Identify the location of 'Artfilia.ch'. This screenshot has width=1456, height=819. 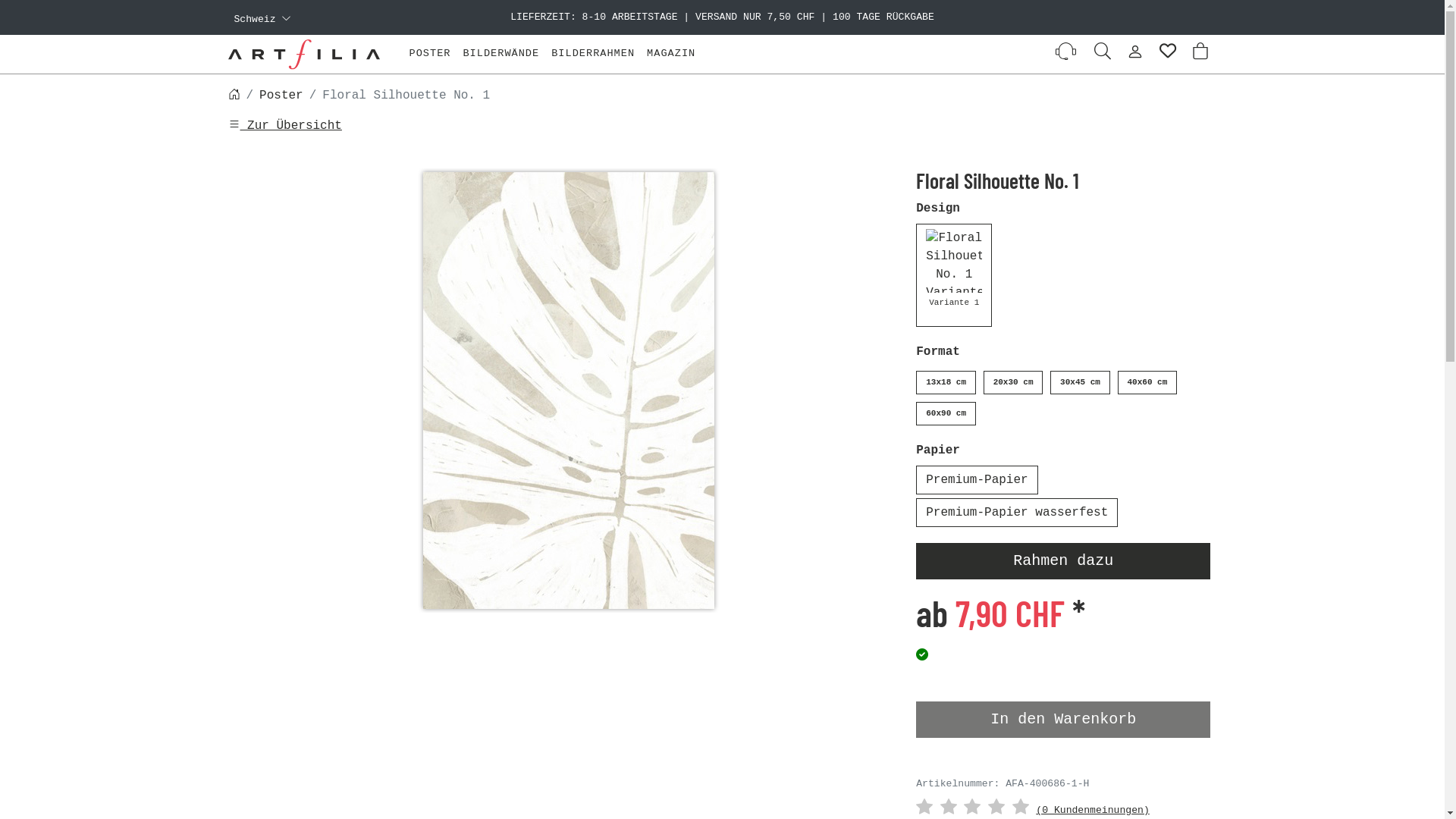
(226, 53).